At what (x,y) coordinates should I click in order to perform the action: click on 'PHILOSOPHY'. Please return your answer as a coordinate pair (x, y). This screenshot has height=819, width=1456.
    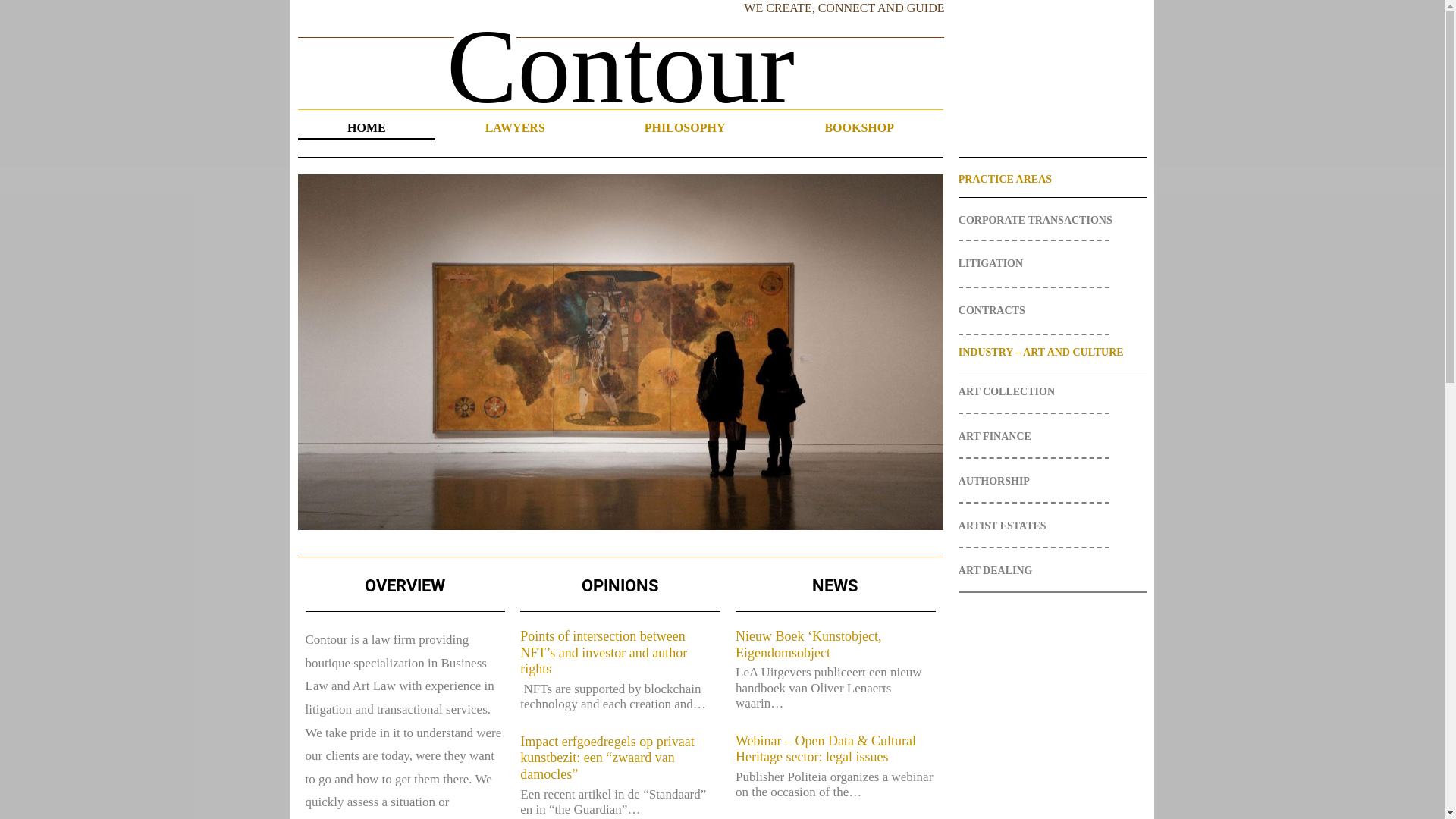
    Looking at the image, I should click on (683, 127).